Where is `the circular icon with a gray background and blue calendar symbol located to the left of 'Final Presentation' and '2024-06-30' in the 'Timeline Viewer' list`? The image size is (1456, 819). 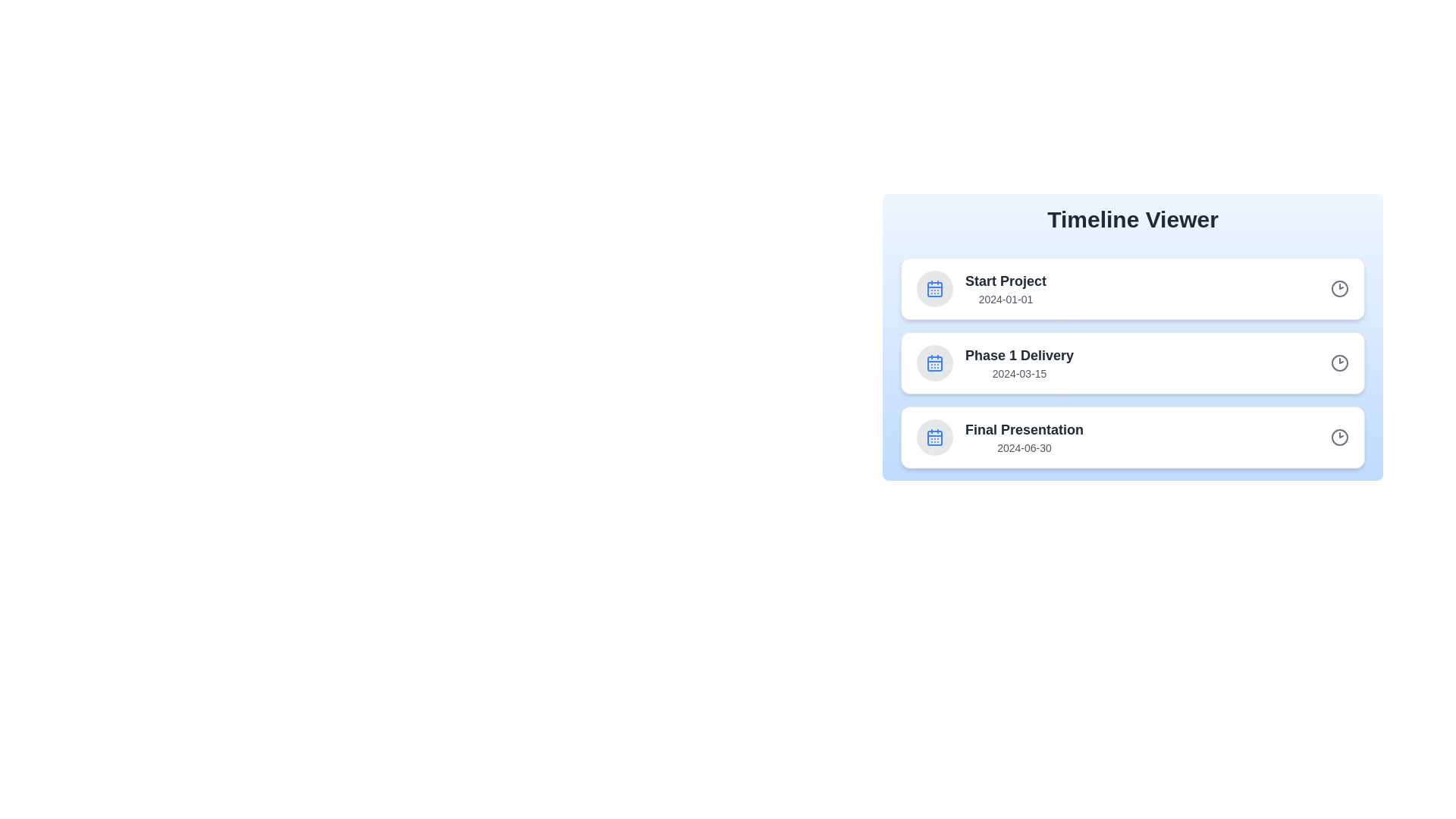 the circular icon with a gray background and blue calendar symbol located to the left of 'Final Presentation' and '2024-06-30' in the 'Timeline Viewer' list is located at coordinates (934, 438).